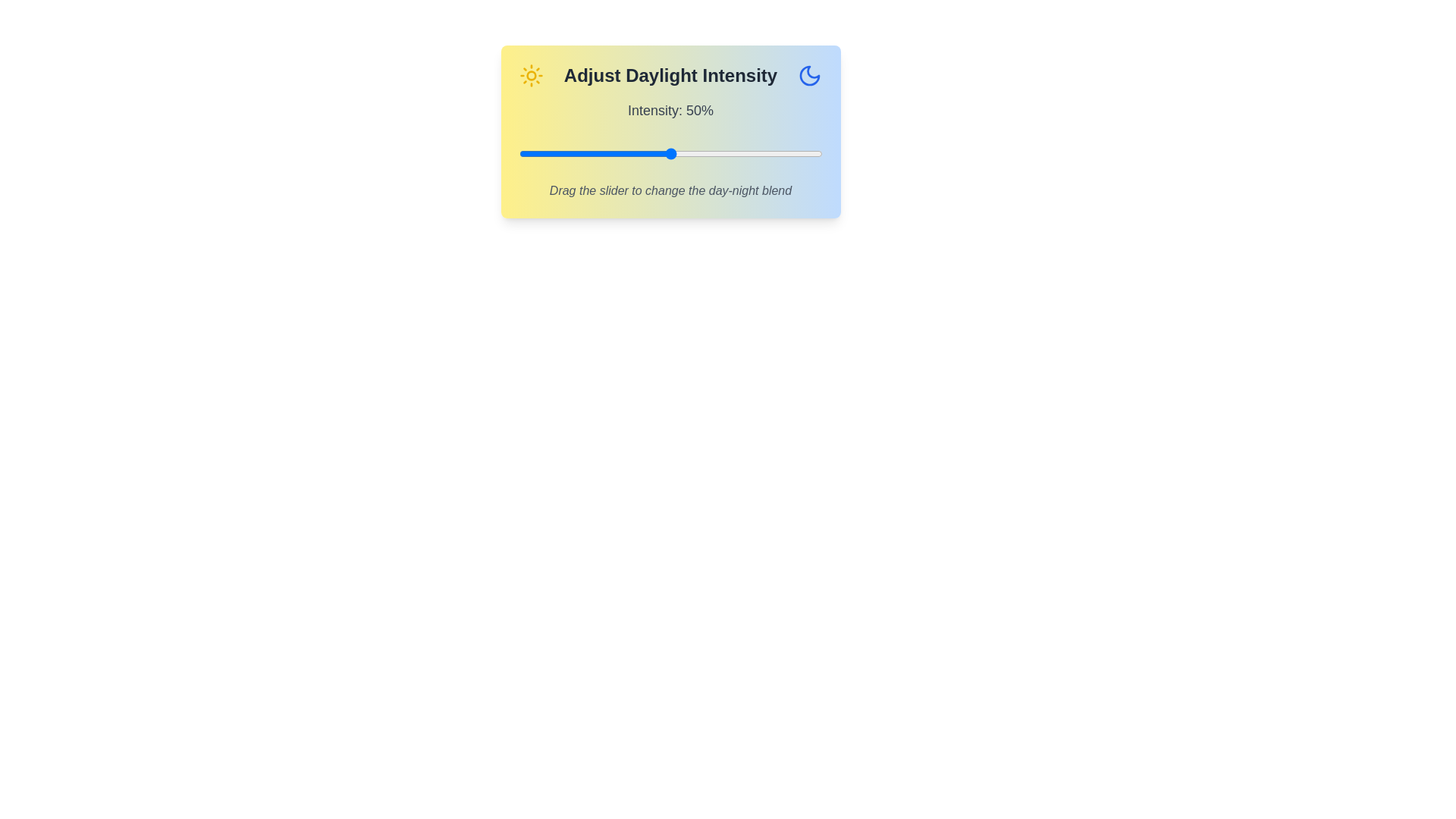 The image size is (1456, 819). I want to click on the daylight intensity slider to 50%, so click(670, 154).